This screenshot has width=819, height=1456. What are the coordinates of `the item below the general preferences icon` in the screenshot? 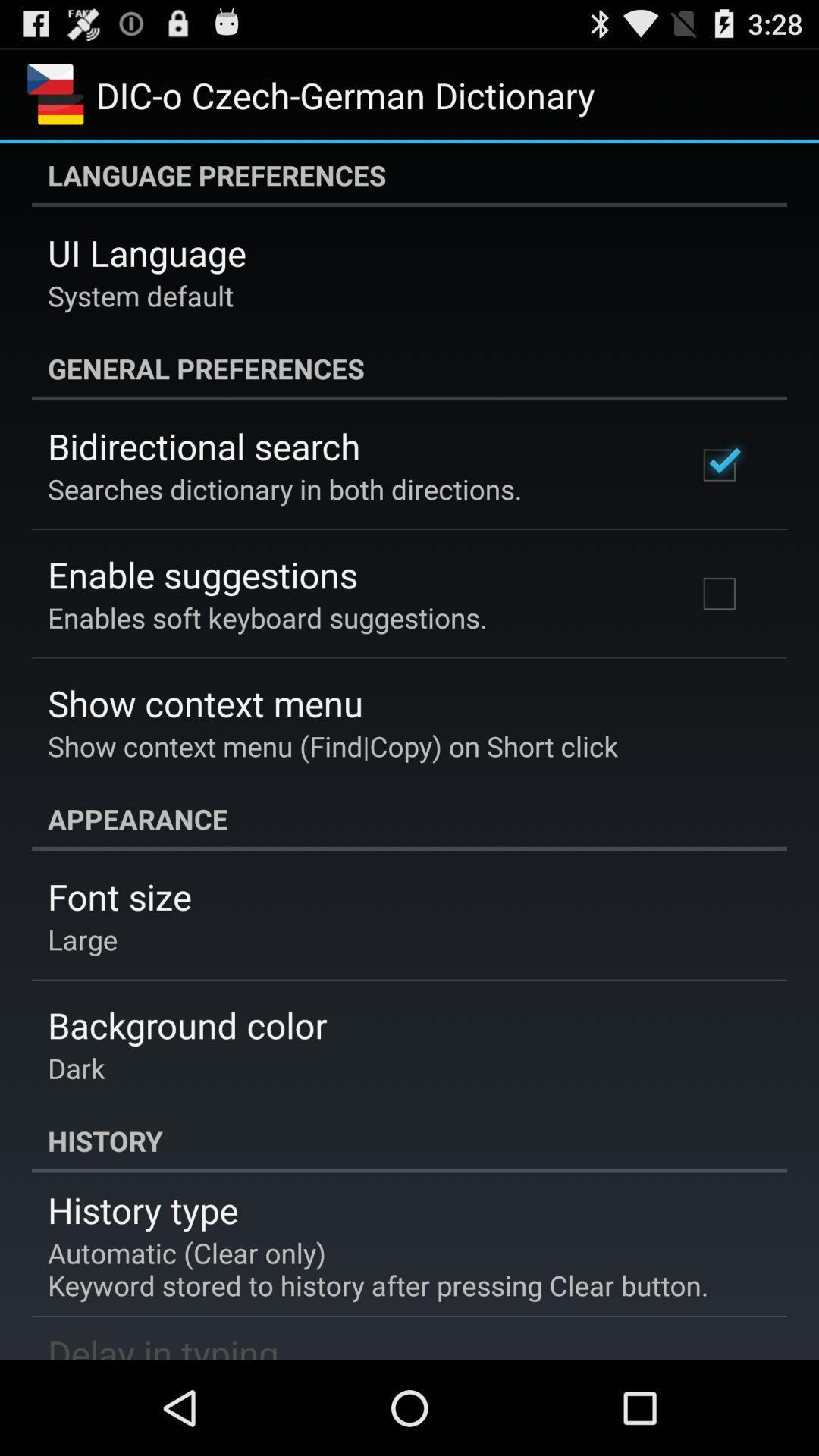 It's located at (203, 445).